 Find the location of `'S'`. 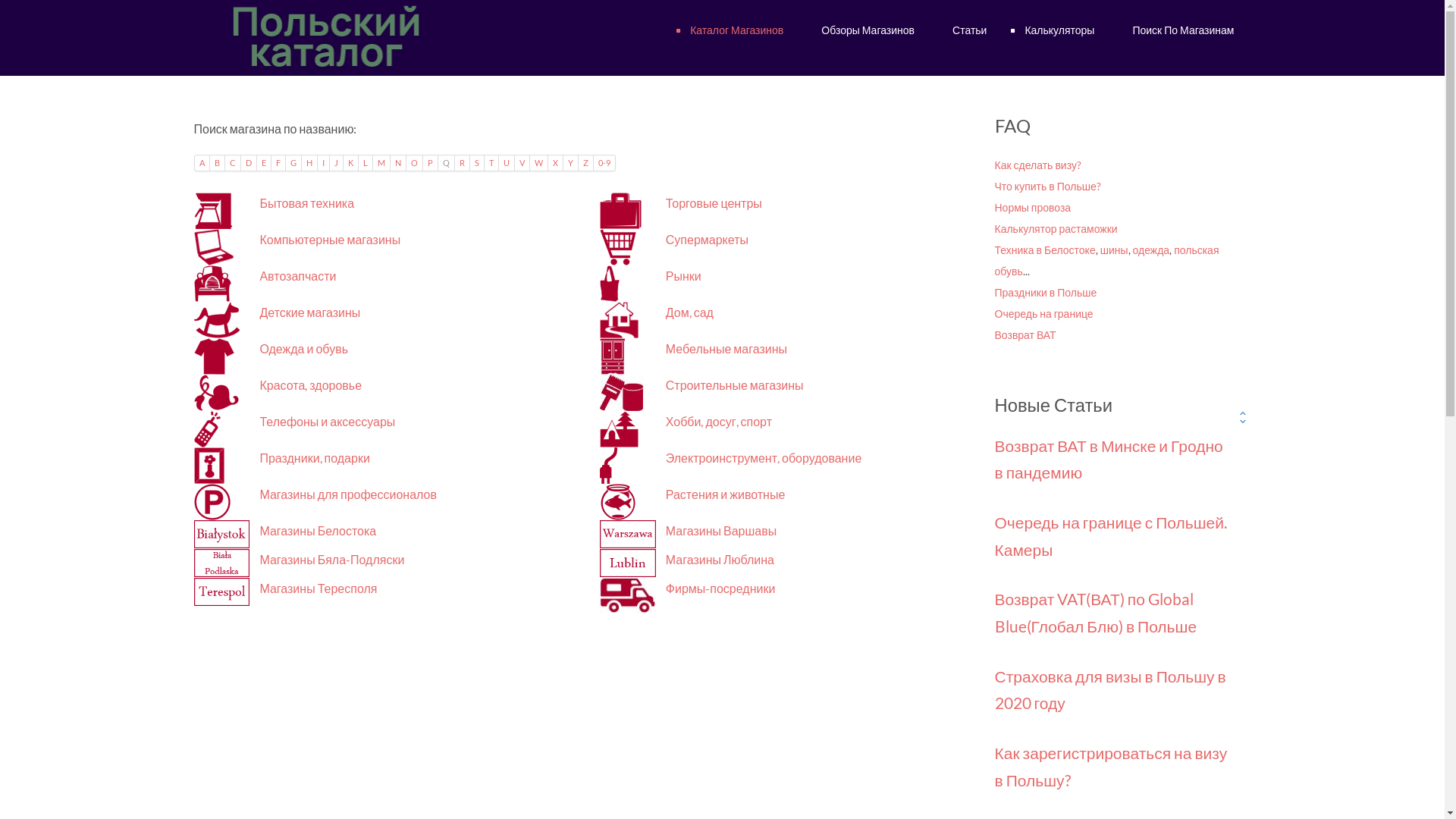

'S' is located at coordinates (476, 163).